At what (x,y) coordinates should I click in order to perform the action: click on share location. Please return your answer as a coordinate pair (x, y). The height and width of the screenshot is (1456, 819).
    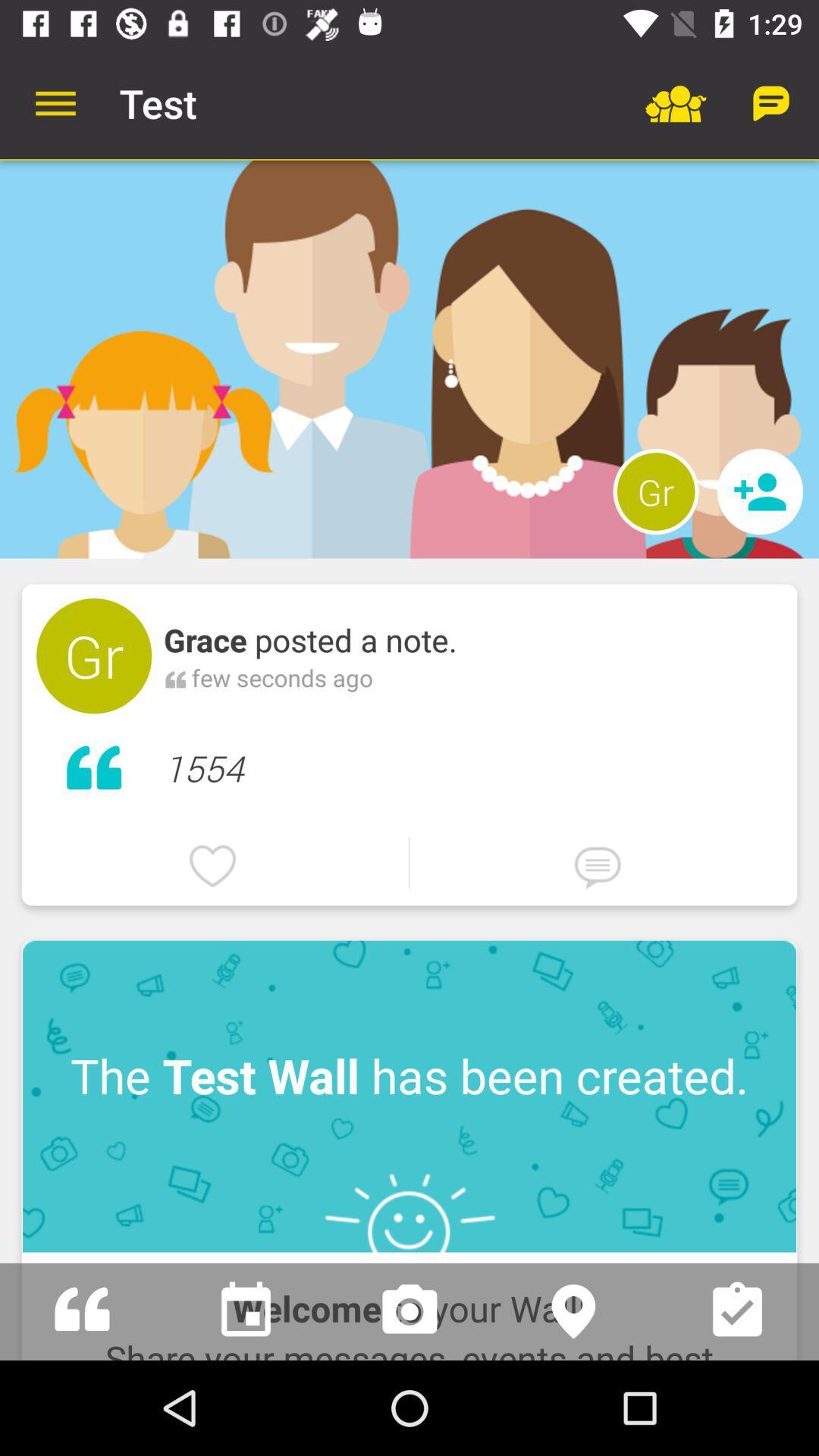
    Looking at the image, I should click on (573, 1310).